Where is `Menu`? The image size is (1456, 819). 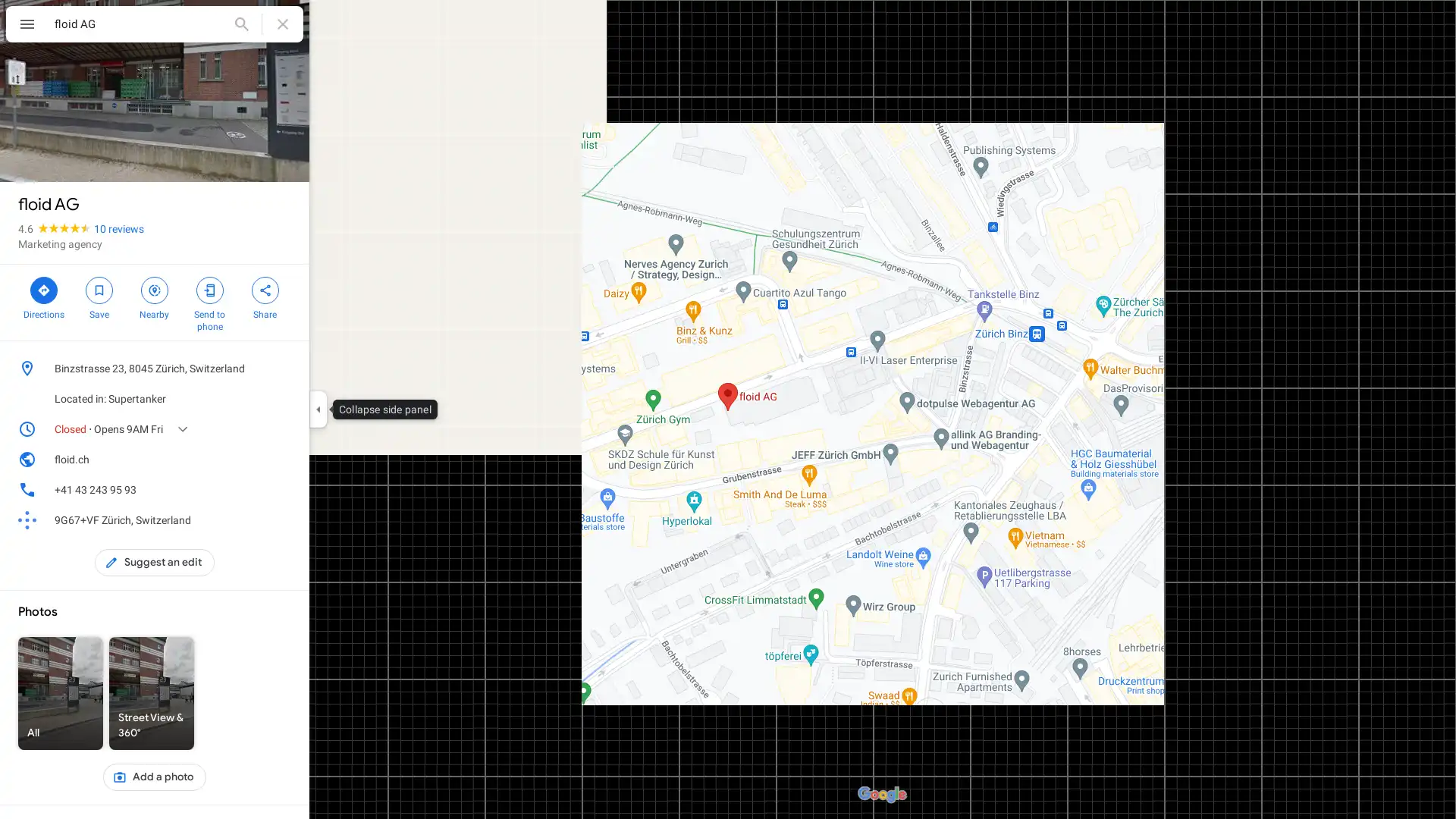
Menu is located at coordinates (27, 26).